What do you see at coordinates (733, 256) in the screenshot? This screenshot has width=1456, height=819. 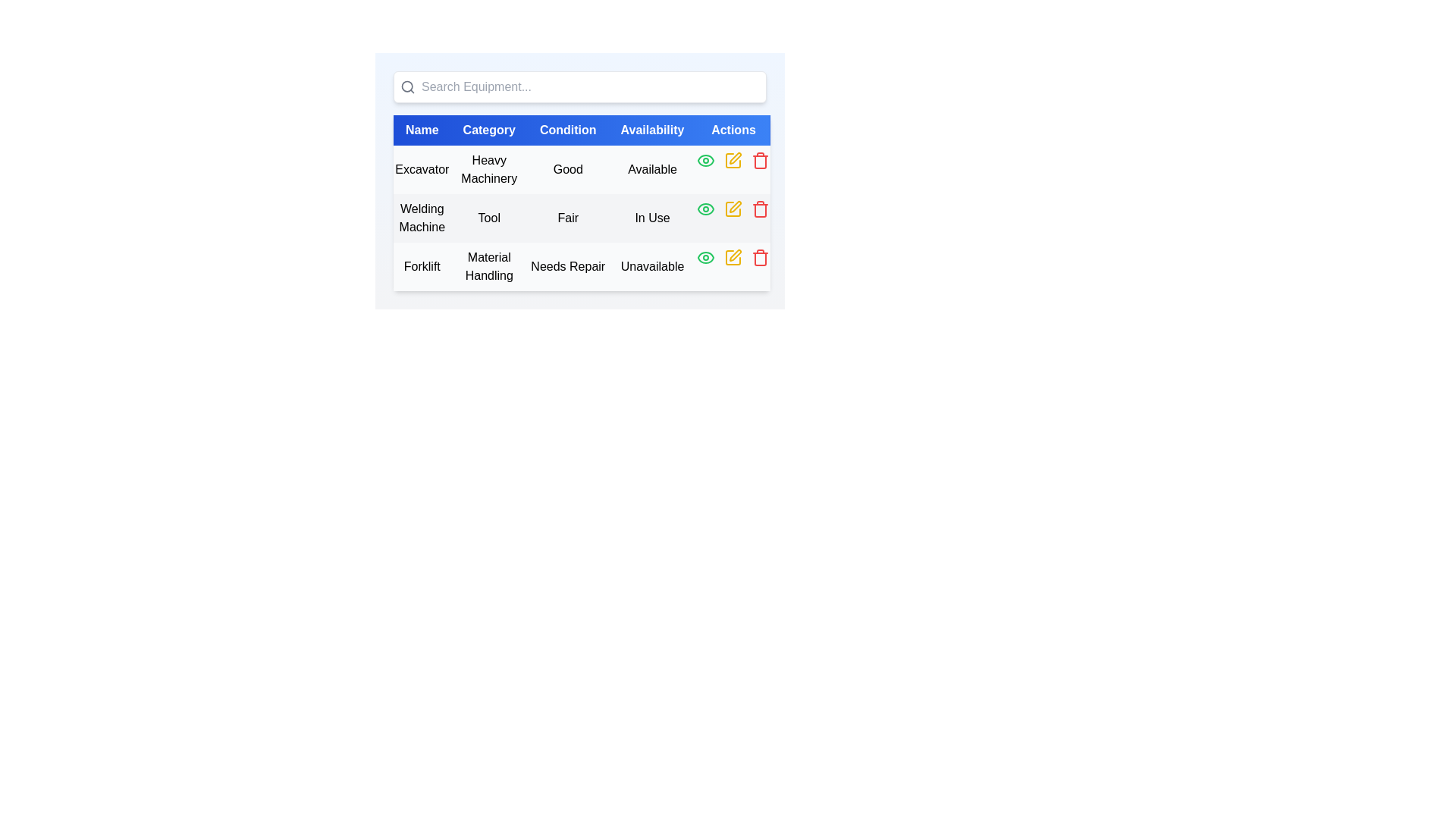 I see `the edit icon button located in the 'Actions' column of the 'Forklift' row` at bounding box center [733, 256].